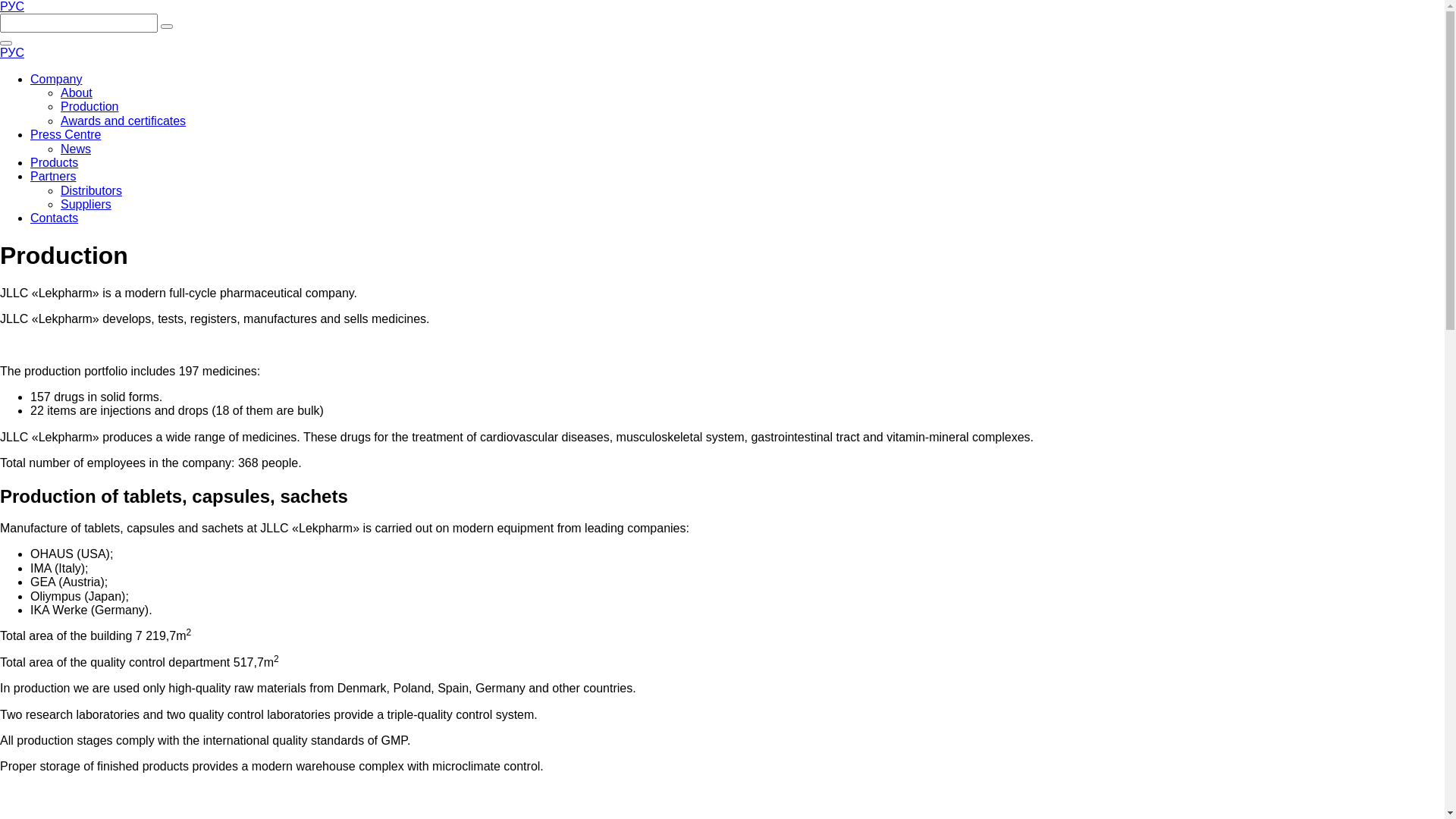  What do you see at coordinates (64, 133) in the screenshot?
I see `'Press Centre'` at bounding box center [64, 133].